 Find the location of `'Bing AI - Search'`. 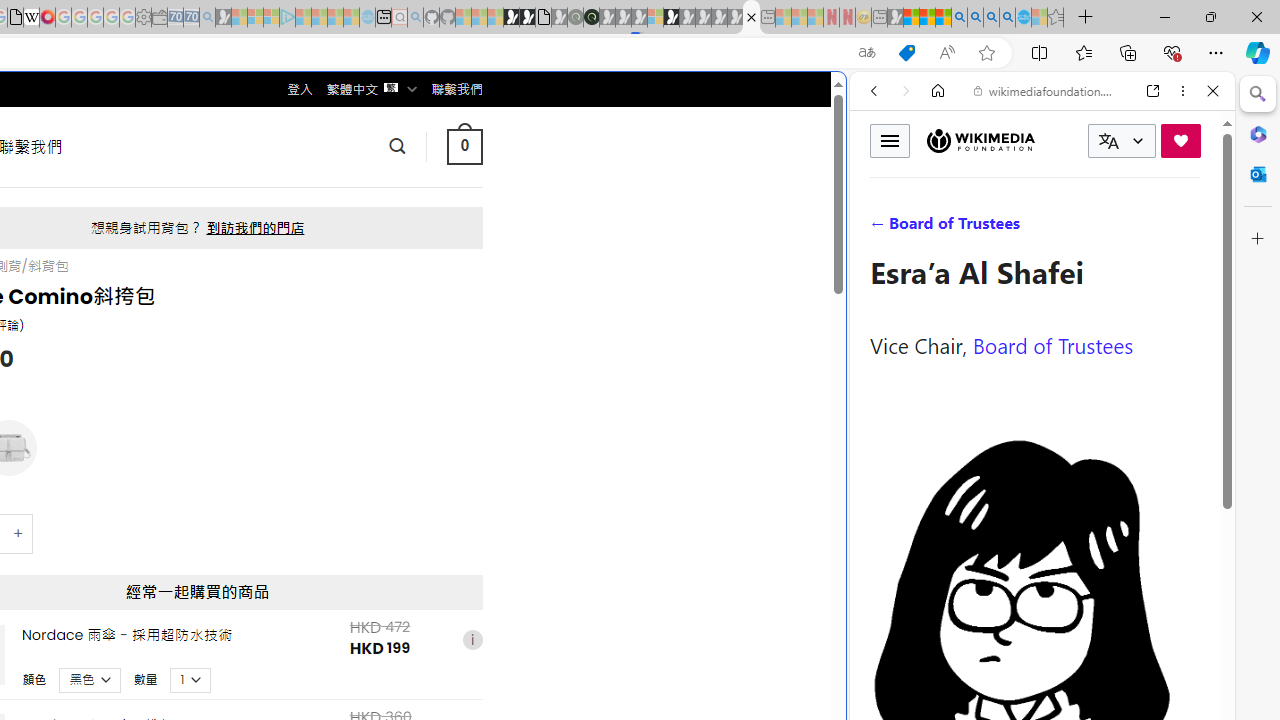

'Bing AI - Search' is located at coordinates (958, 17).